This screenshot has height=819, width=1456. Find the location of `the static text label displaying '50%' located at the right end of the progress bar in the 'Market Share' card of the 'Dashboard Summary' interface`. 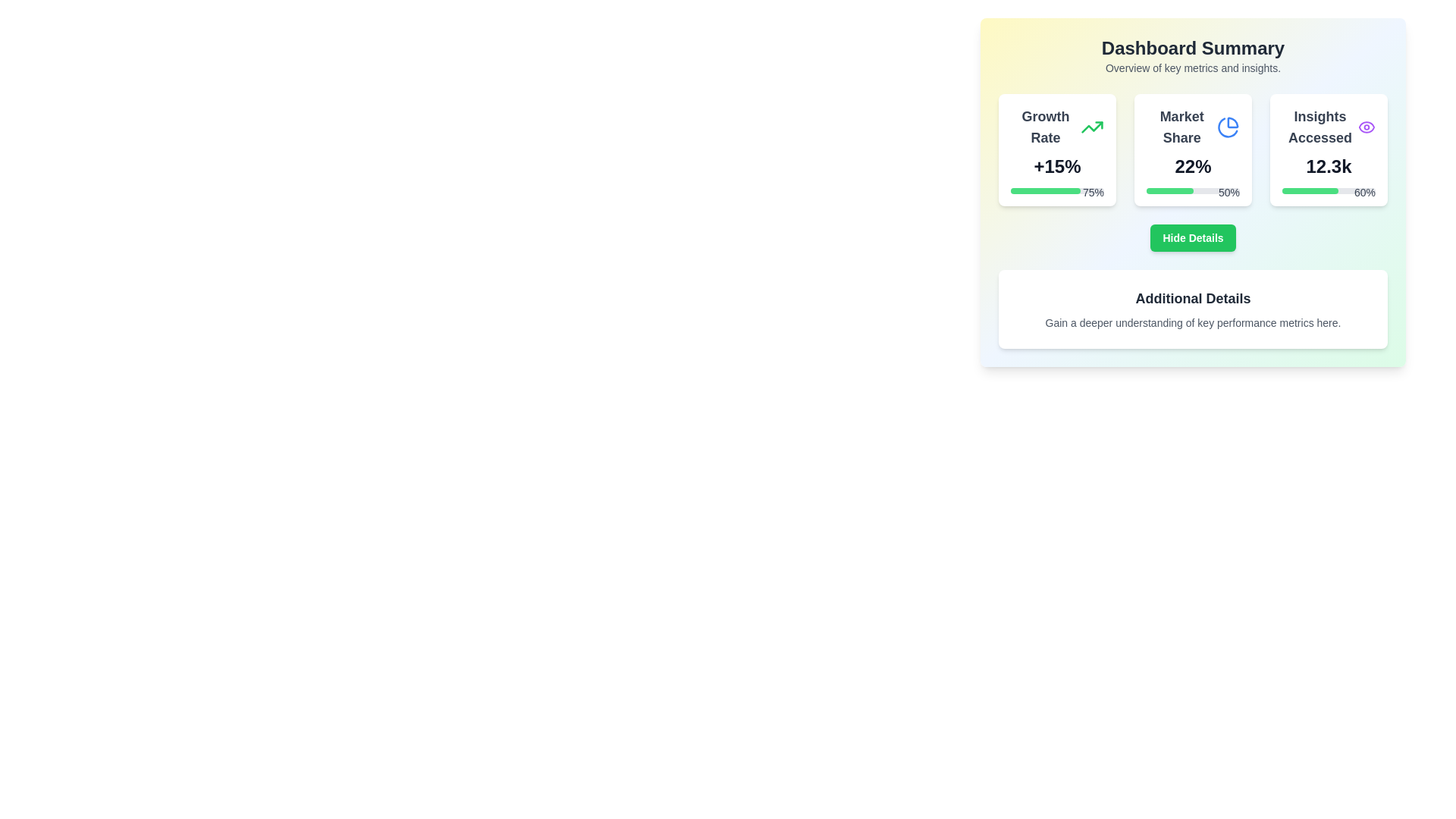

the static text label displaying '50%' located at the right end of the progress bar in the 'Market Share' card of the 'Dashboard Summary' interface is located at coordinates (1229, 192).